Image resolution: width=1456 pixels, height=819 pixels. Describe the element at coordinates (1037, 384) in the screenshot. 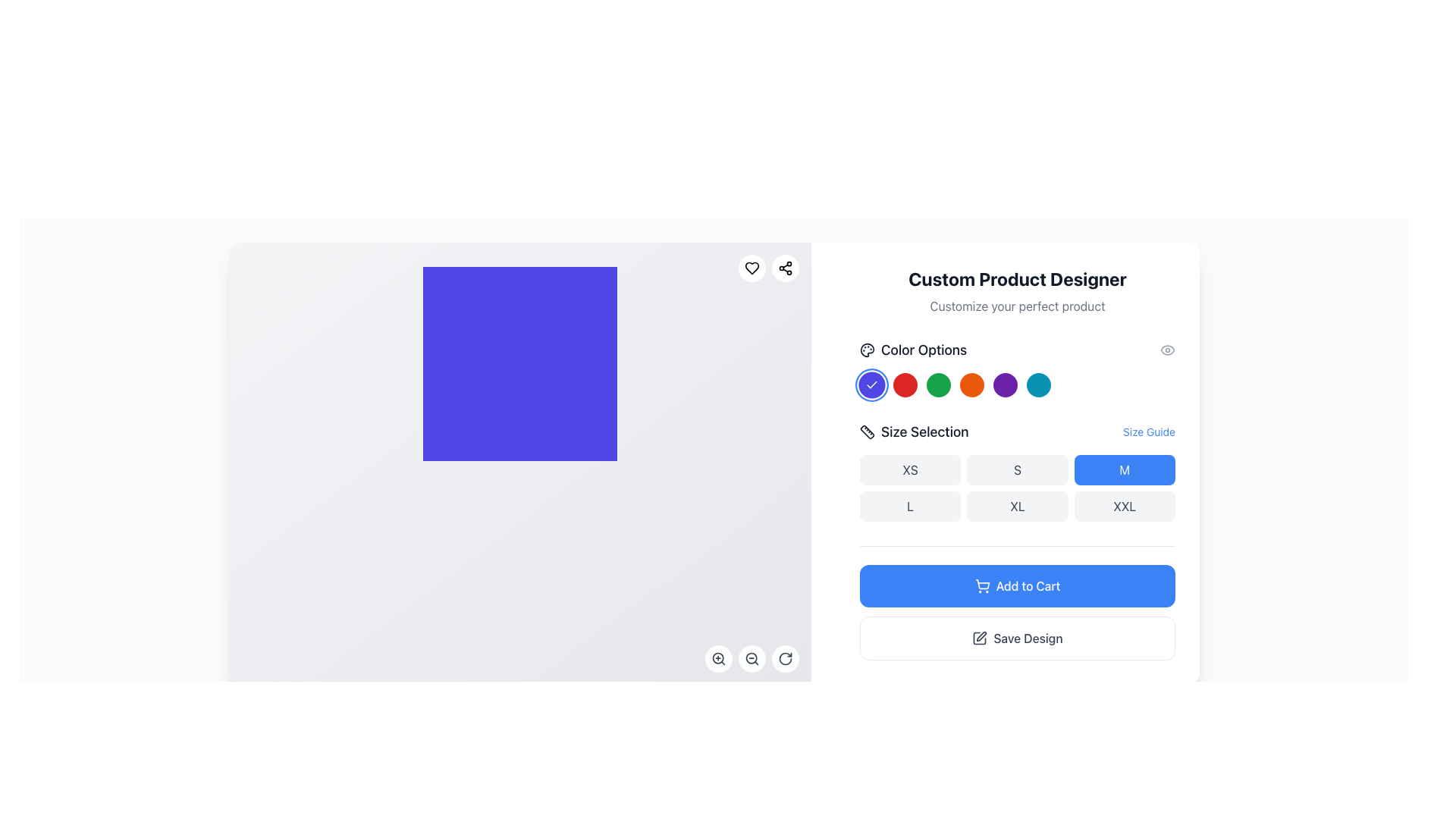

I see `the eighth circular teal button in the 'Color Options' section to observe the scale animation when the mouse is over it` at that location.